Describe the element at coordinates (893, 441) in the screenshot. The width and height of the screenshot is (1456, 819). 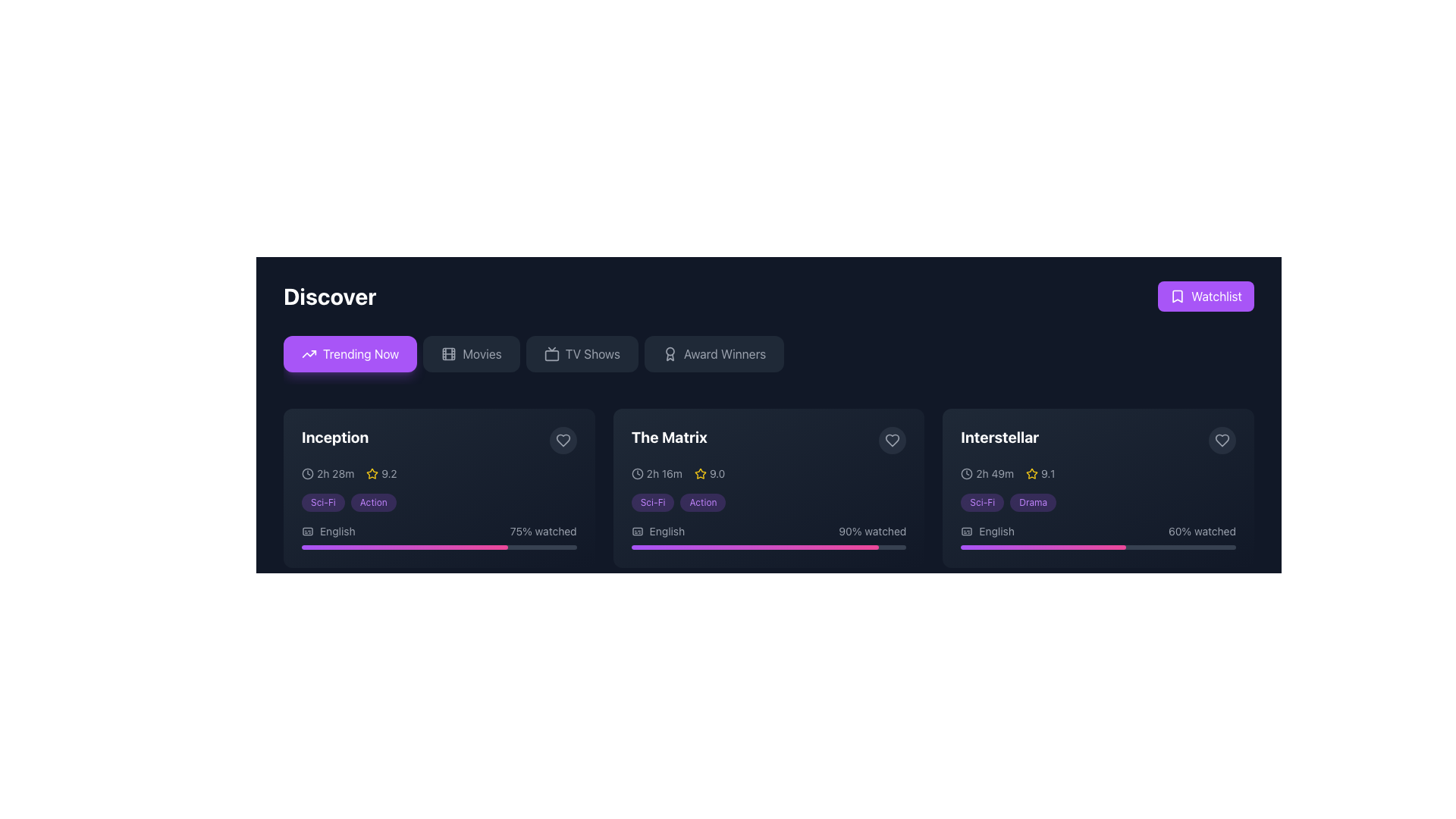
I see `the heart-shaped icon with an outline design located in the top-right corner of the card titled 'The Matrix'` at that location.